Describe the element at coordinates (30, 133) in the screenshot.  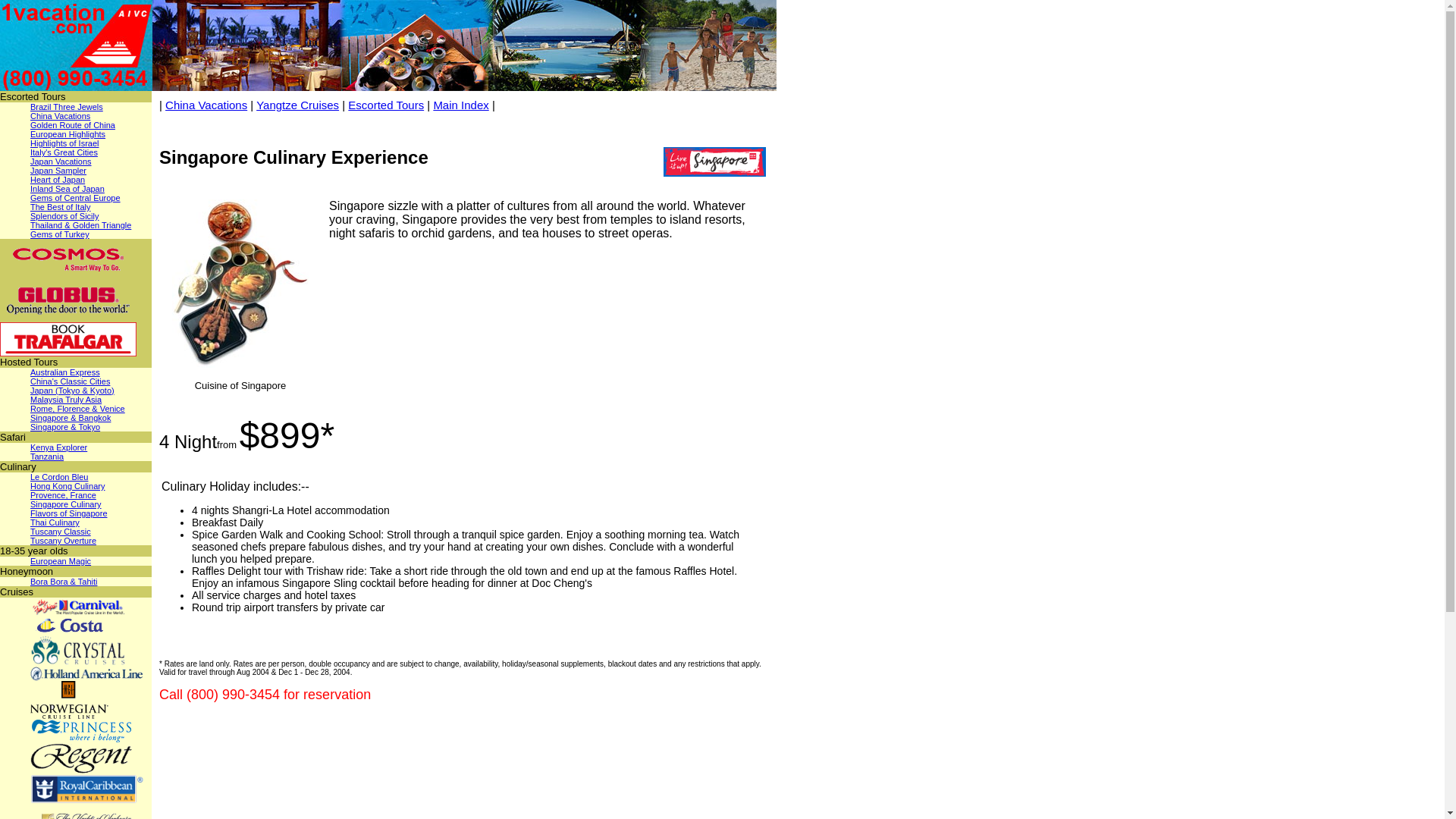
I see `'European Highlights'` at that location.